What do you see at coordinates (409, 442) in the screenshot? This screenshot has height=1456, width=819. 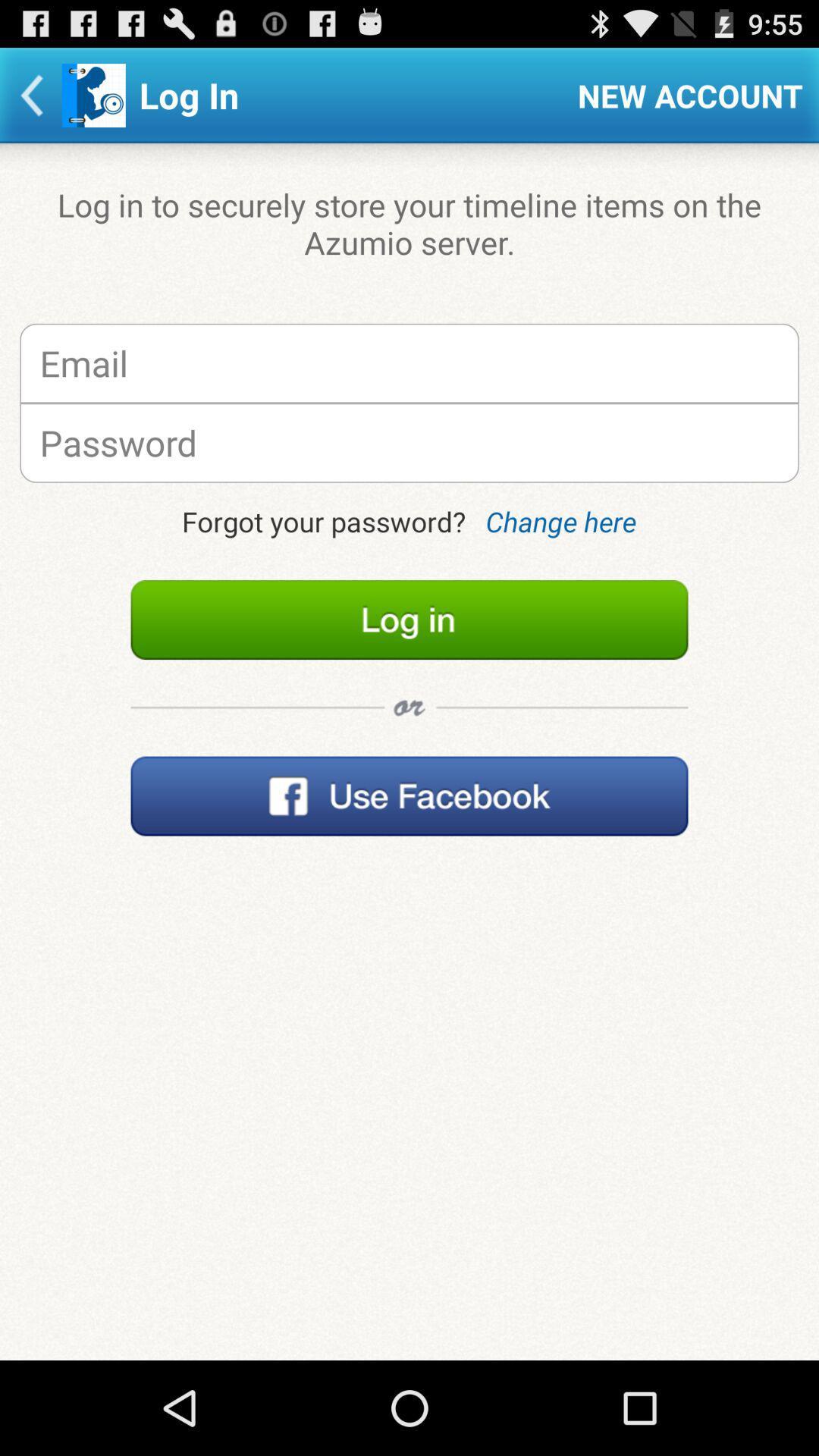 I see `your password` at bounding box center [409, 442].